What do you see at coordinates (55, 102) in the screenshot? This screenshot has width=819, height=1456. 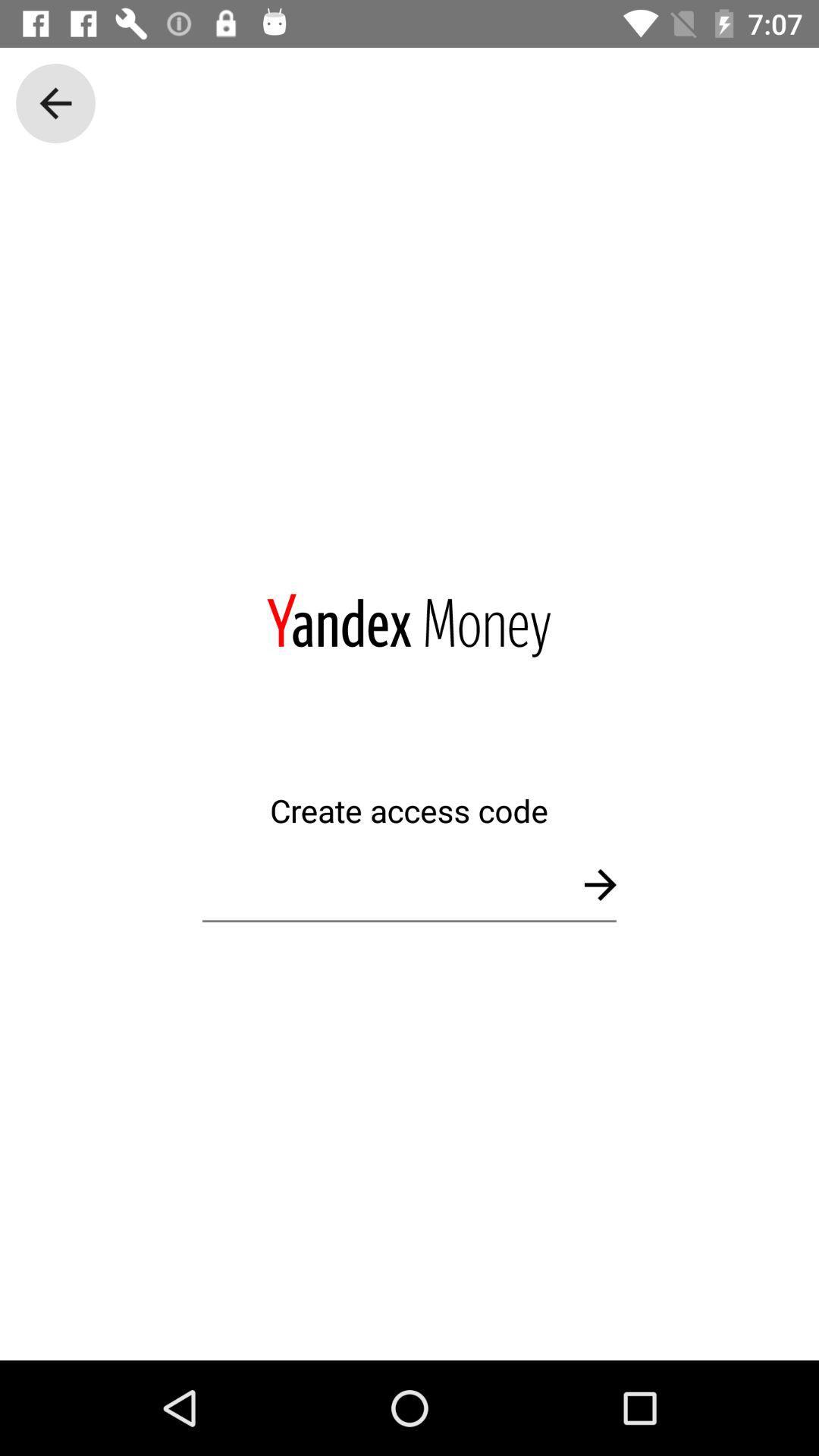 I see `icon at the top left corner` at bounding box center [55, 102].